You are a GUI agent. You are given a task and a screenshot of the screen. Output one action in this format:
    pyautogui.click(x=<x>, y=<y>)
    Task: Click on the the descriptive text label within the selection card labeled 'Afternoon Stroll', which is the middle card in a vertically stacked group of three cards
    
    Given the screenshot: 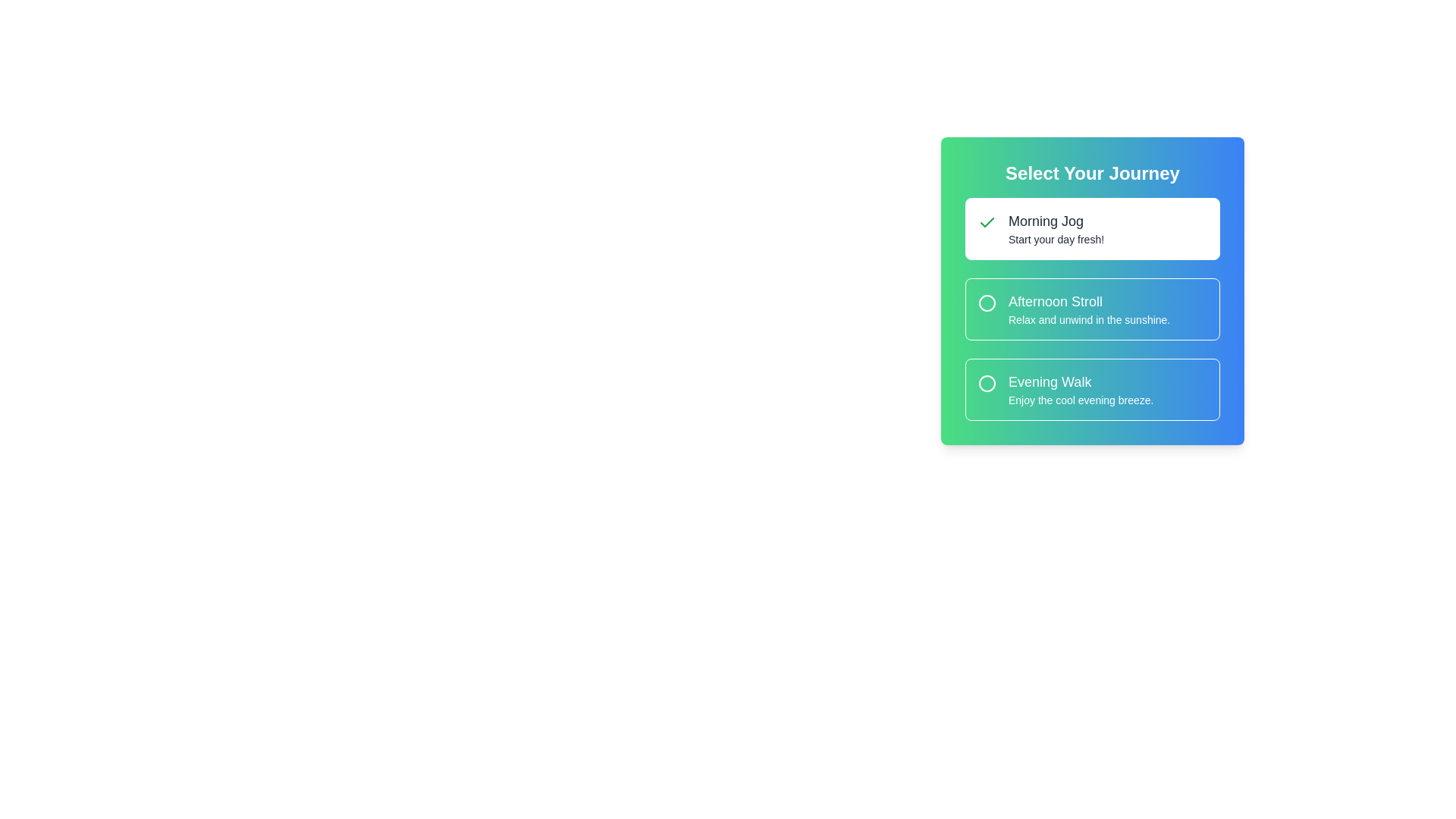 What is the action you would take?
    pyautogui.click(x=1088, y=309)
    